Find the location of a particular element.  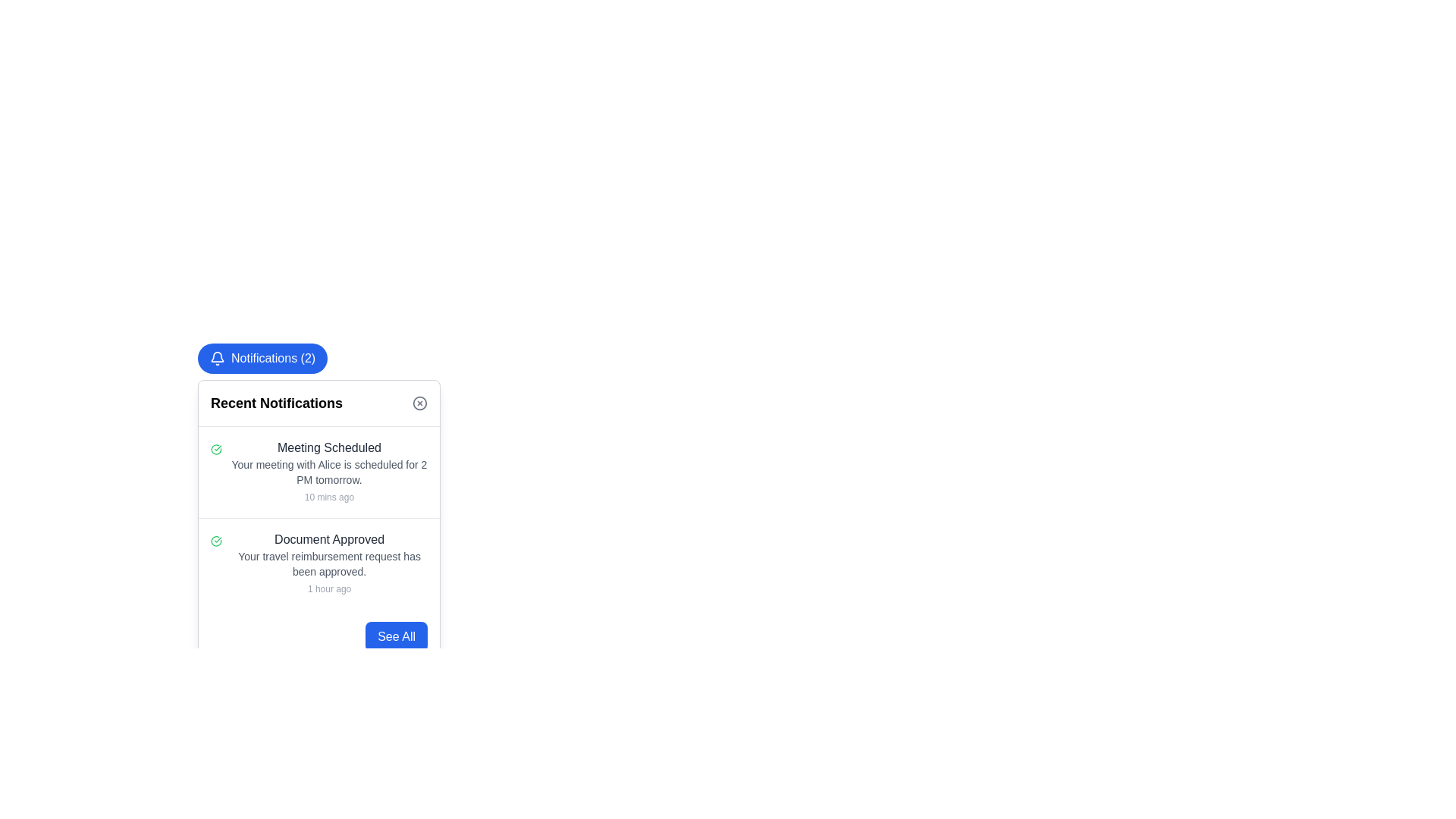

the notifications button located at the bottom-right corner of the notification card interface is located at coordinates (397, 637).